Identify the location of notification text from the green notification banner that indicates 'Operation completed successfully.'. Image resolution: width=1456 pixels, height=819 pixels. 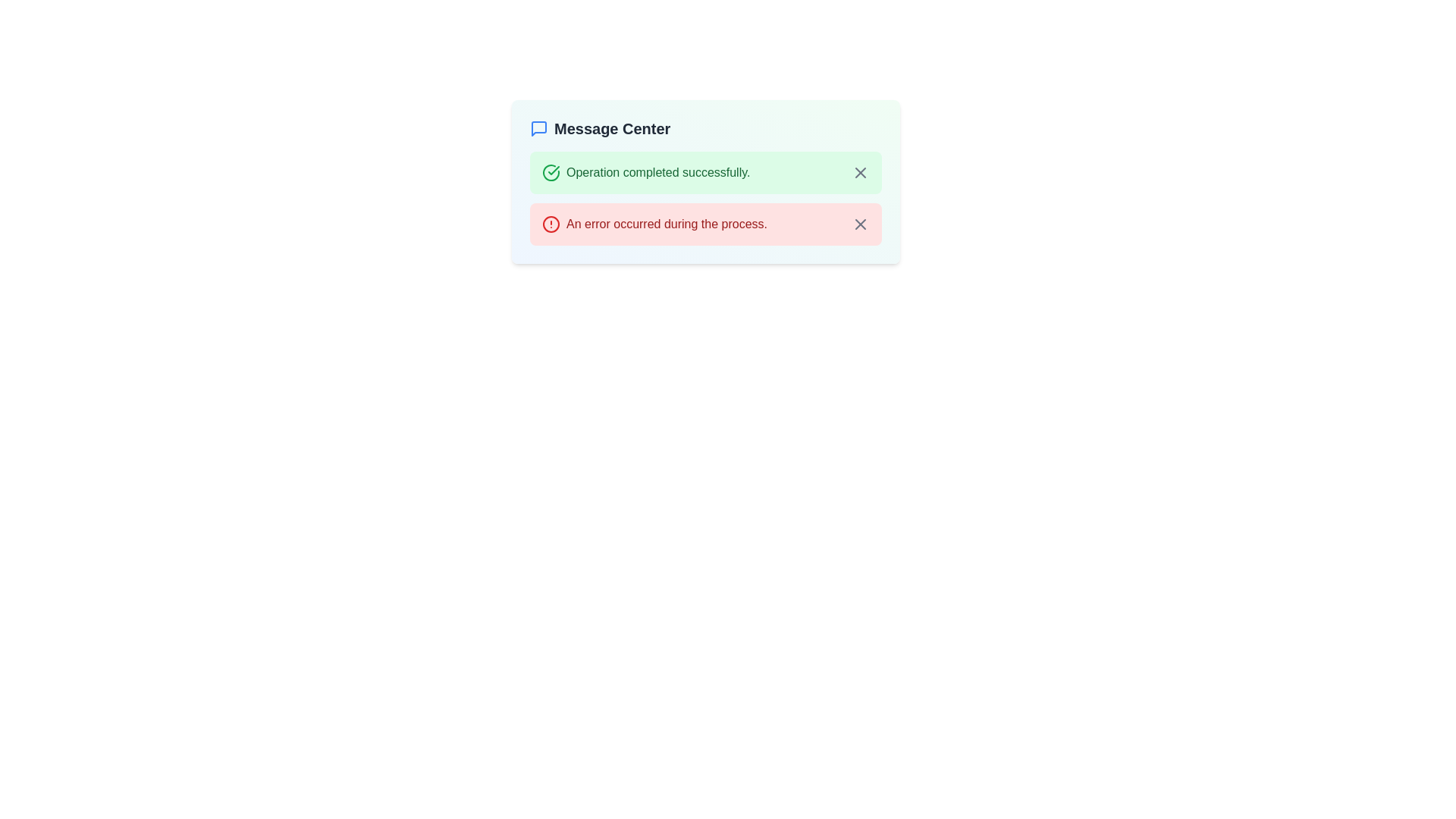
(705, 171).